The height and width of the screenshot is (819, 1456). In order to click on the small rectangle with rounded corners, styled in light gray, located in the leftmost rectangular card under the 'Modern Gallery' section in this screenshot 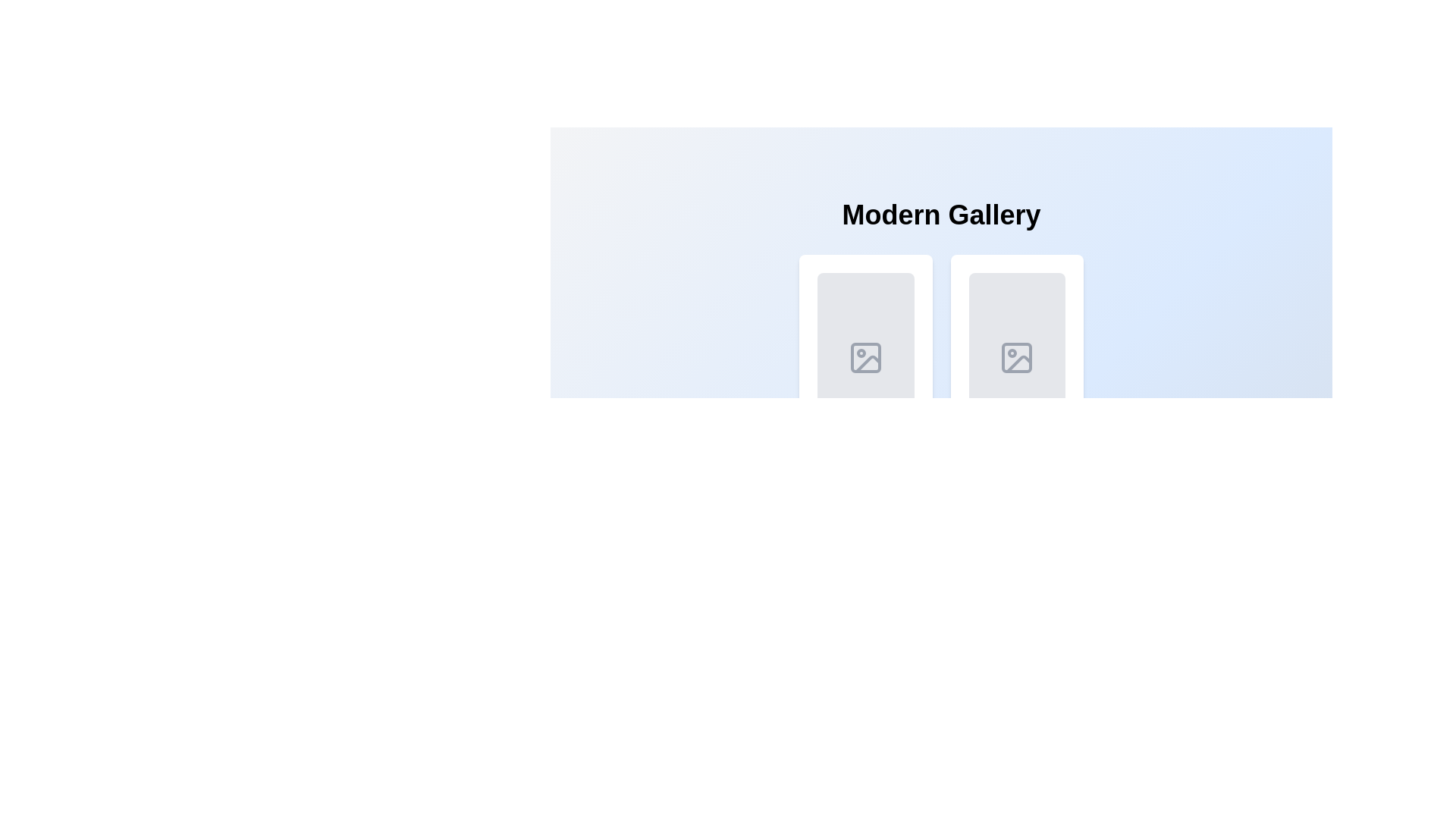, I will do `click(866, 357)`.